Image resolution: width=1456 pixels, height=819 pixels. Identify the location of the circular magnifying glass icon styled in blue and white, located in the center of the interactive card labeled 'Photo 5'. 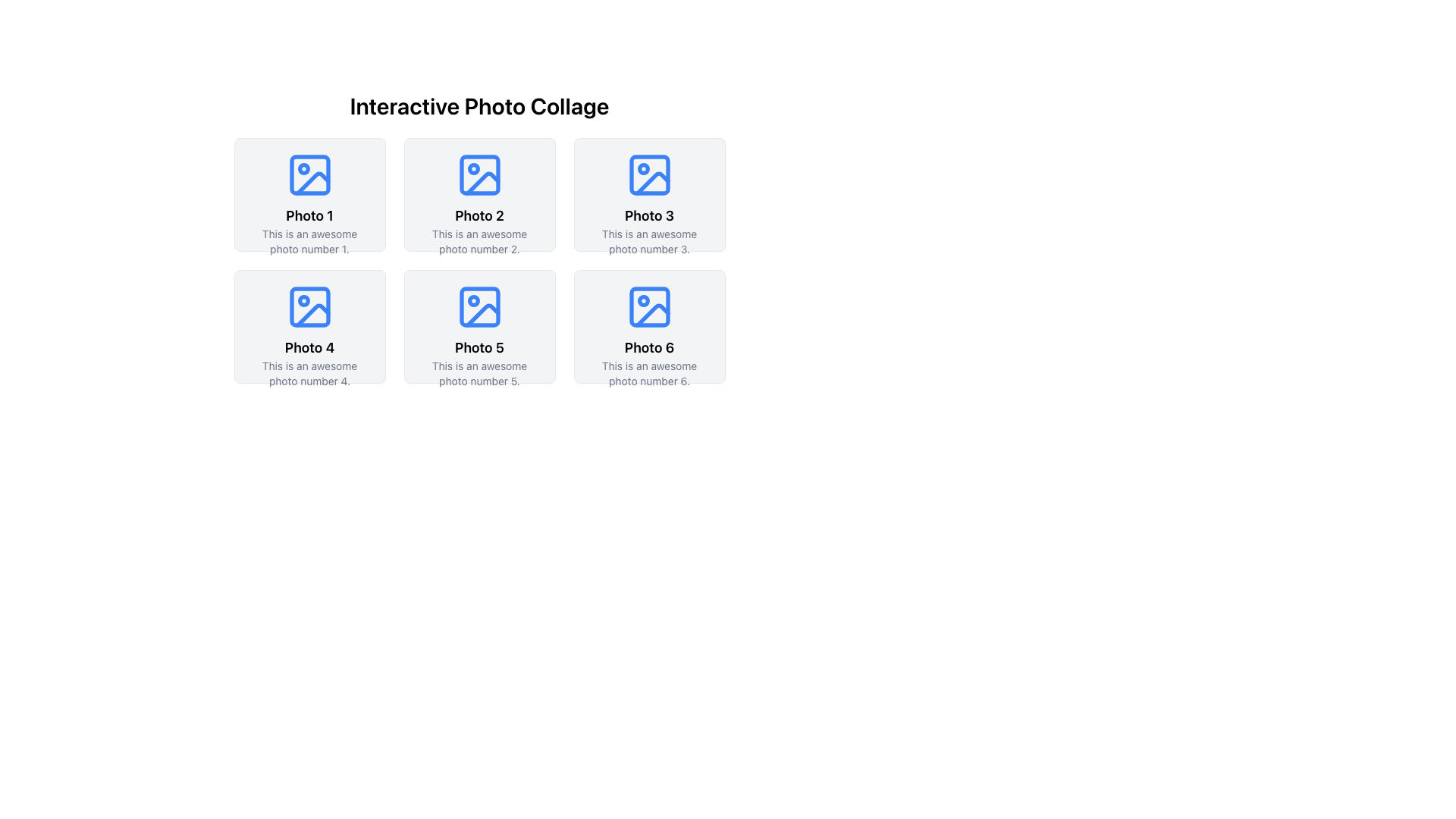
(479, 326).